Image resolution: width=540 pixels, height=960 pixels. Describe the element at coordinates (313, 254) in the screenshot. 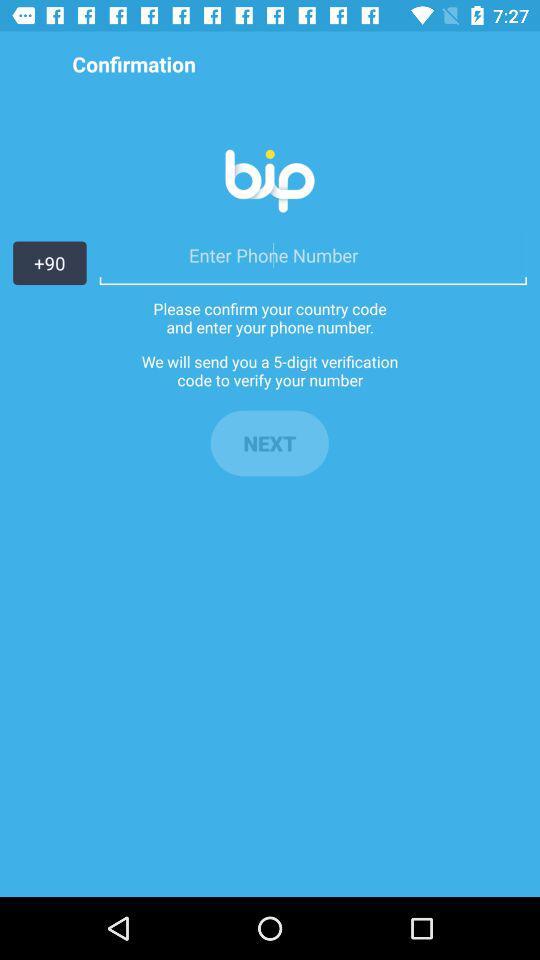

I see `here we have to enter the mobile number for confirmation` at that location.